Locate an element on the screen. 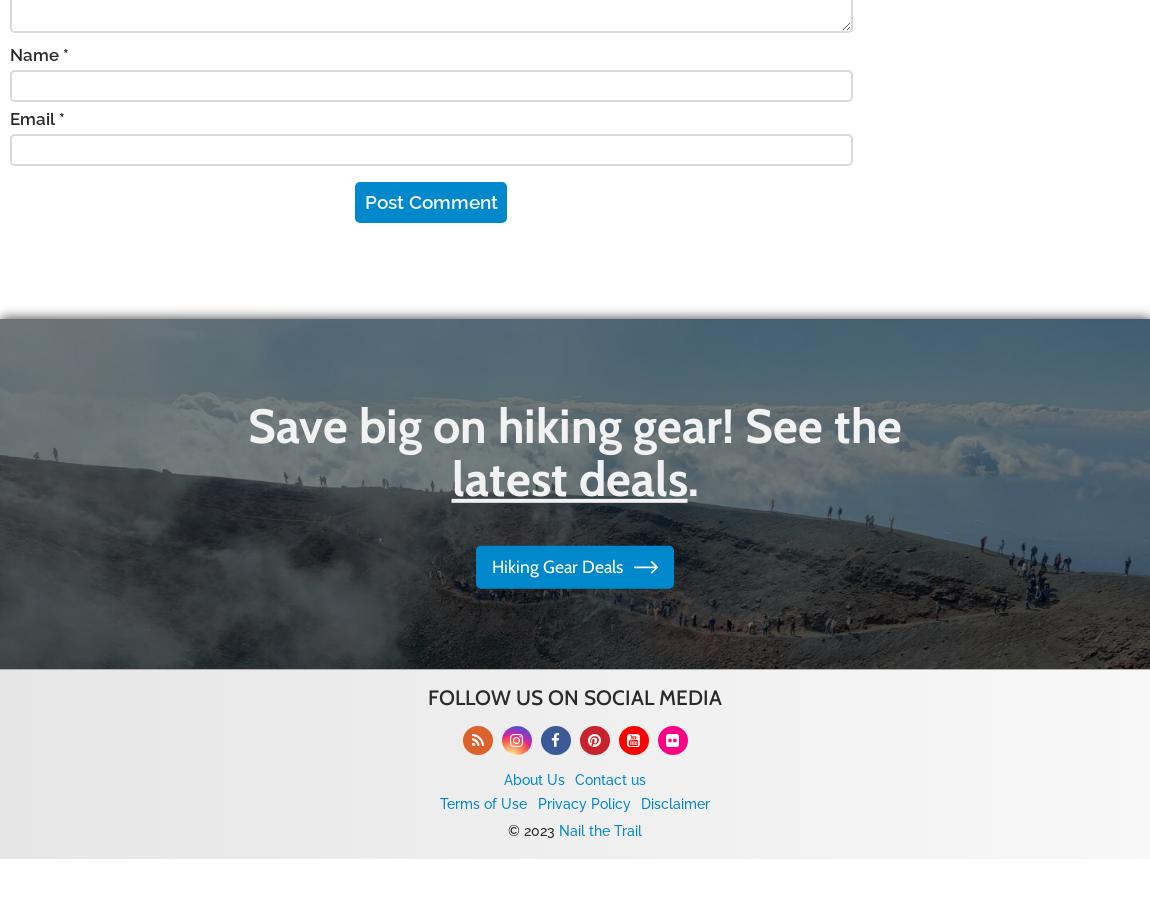  '©
          2023' is located at coordinates (533, 829).